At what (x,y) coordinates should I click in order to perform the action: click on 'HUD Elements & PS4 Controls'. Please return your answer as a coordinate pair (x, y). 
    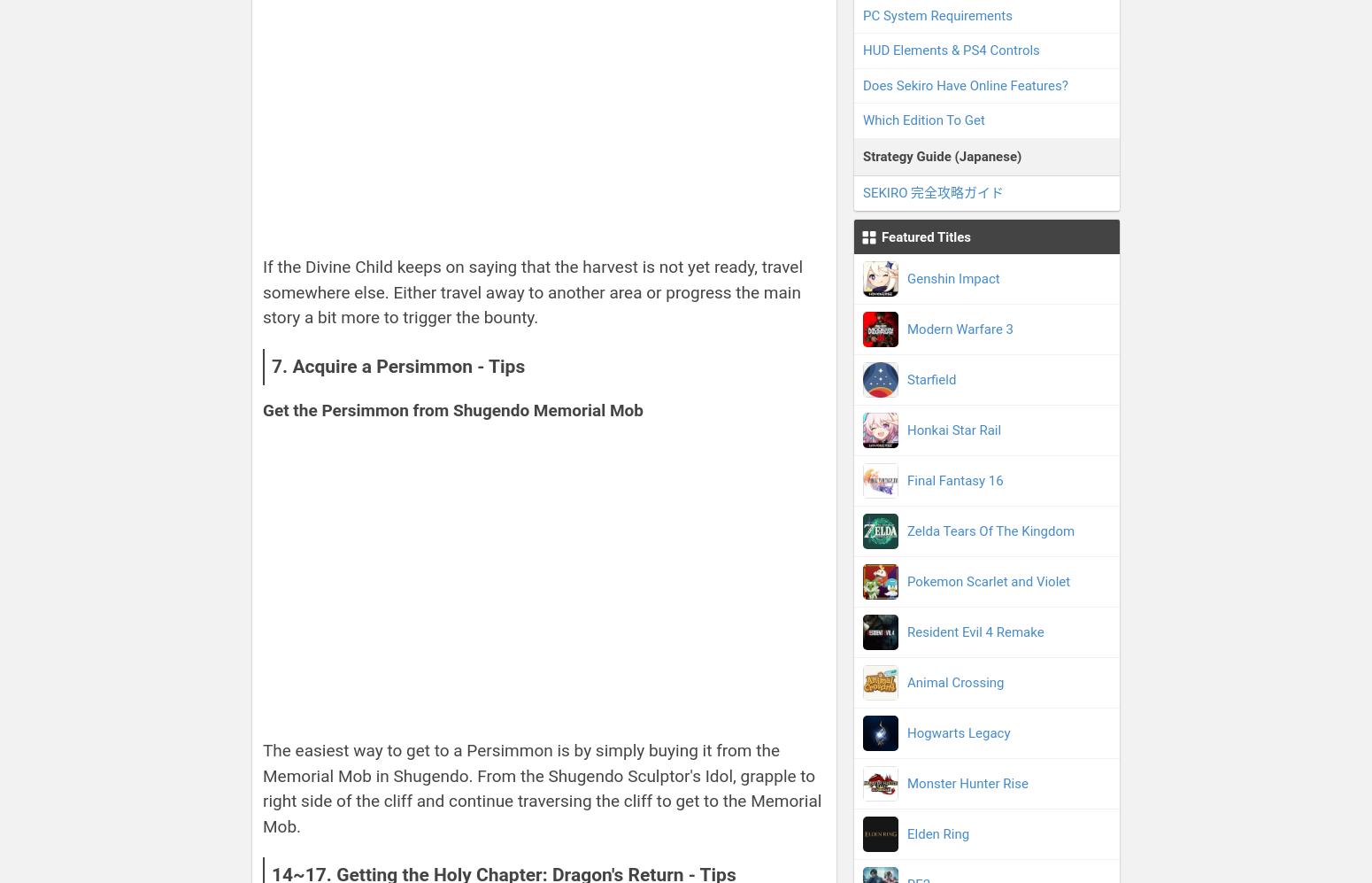
    Looking at the image, I should click on (861, 50).